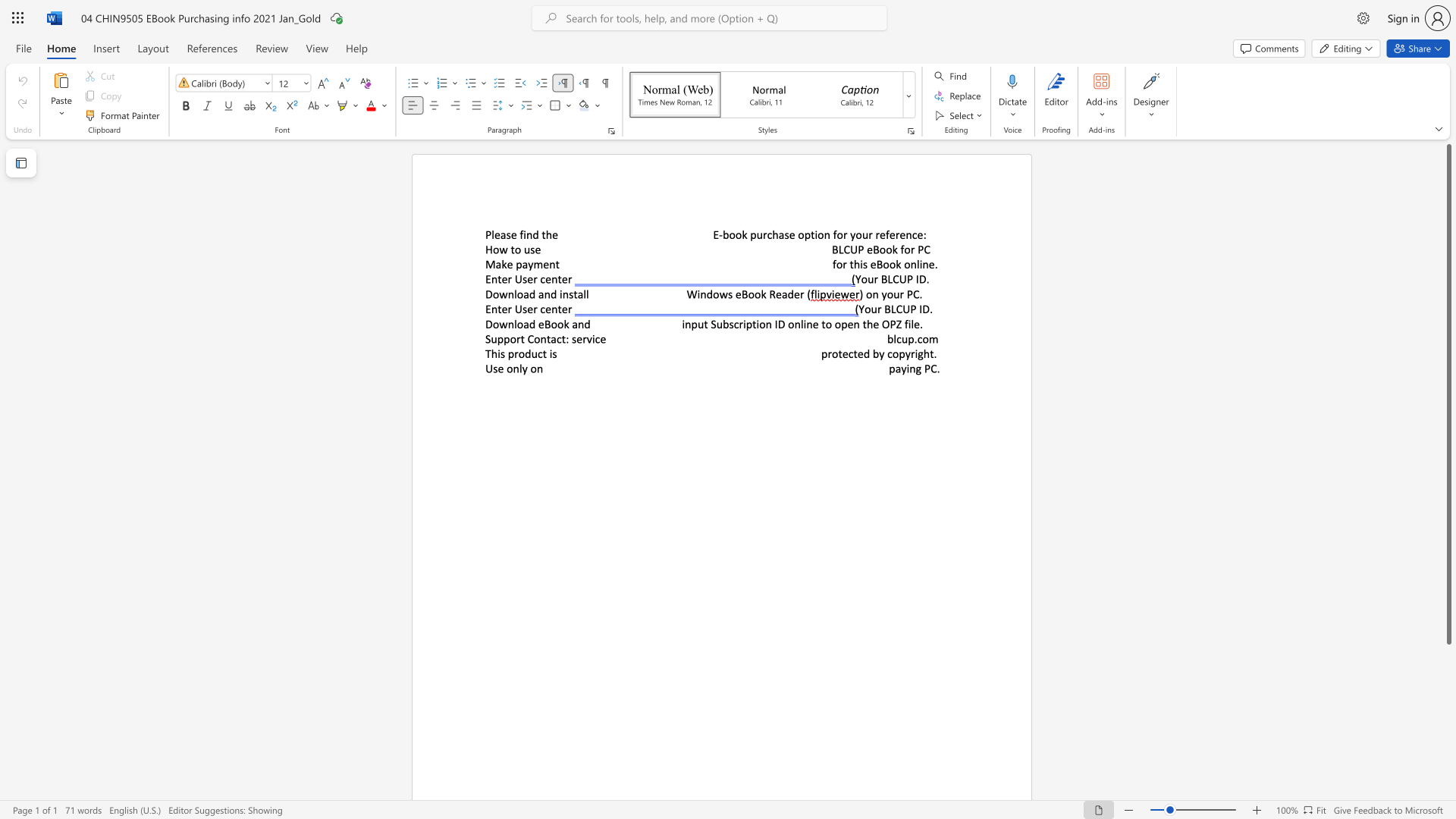  I want to click on the 1th character "-" in the text, so click(720, 234).